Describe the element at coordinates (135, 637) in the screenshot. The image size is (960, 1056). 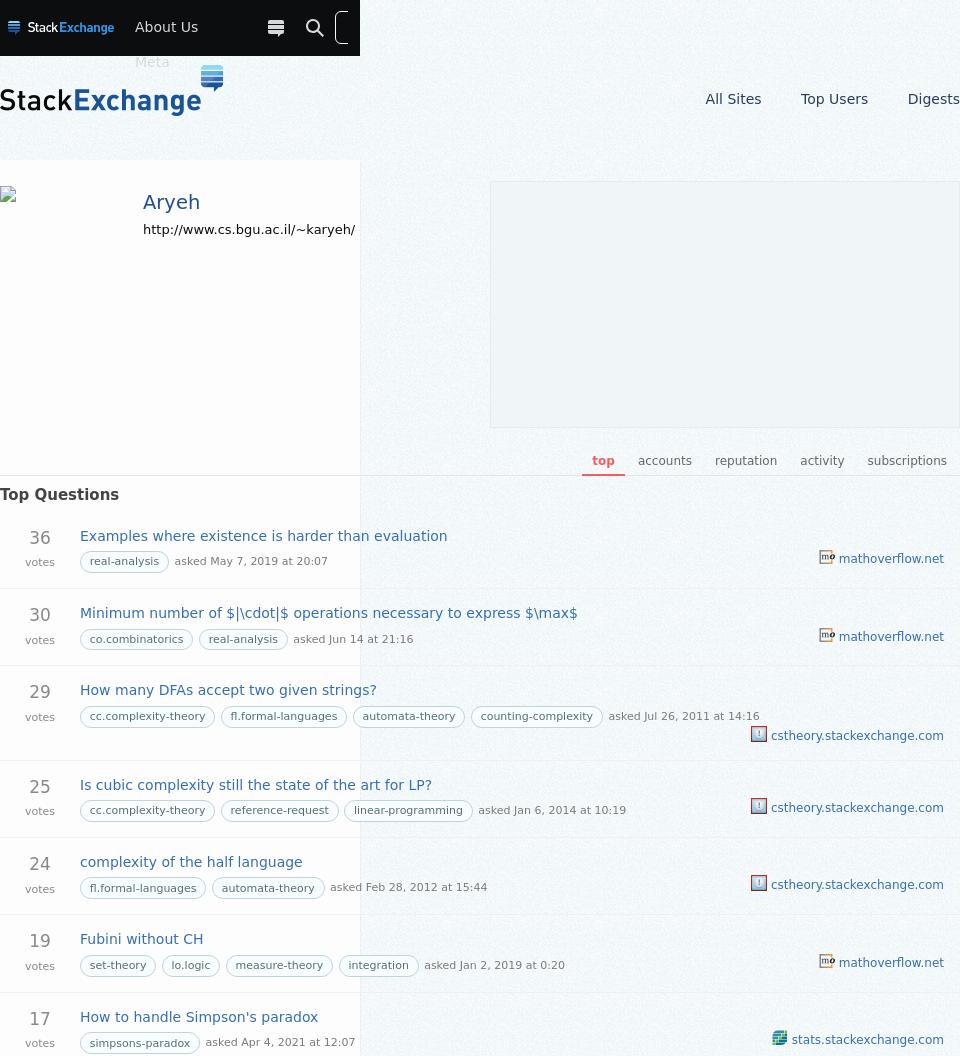
I see `'co.combinatorics'` at that location.